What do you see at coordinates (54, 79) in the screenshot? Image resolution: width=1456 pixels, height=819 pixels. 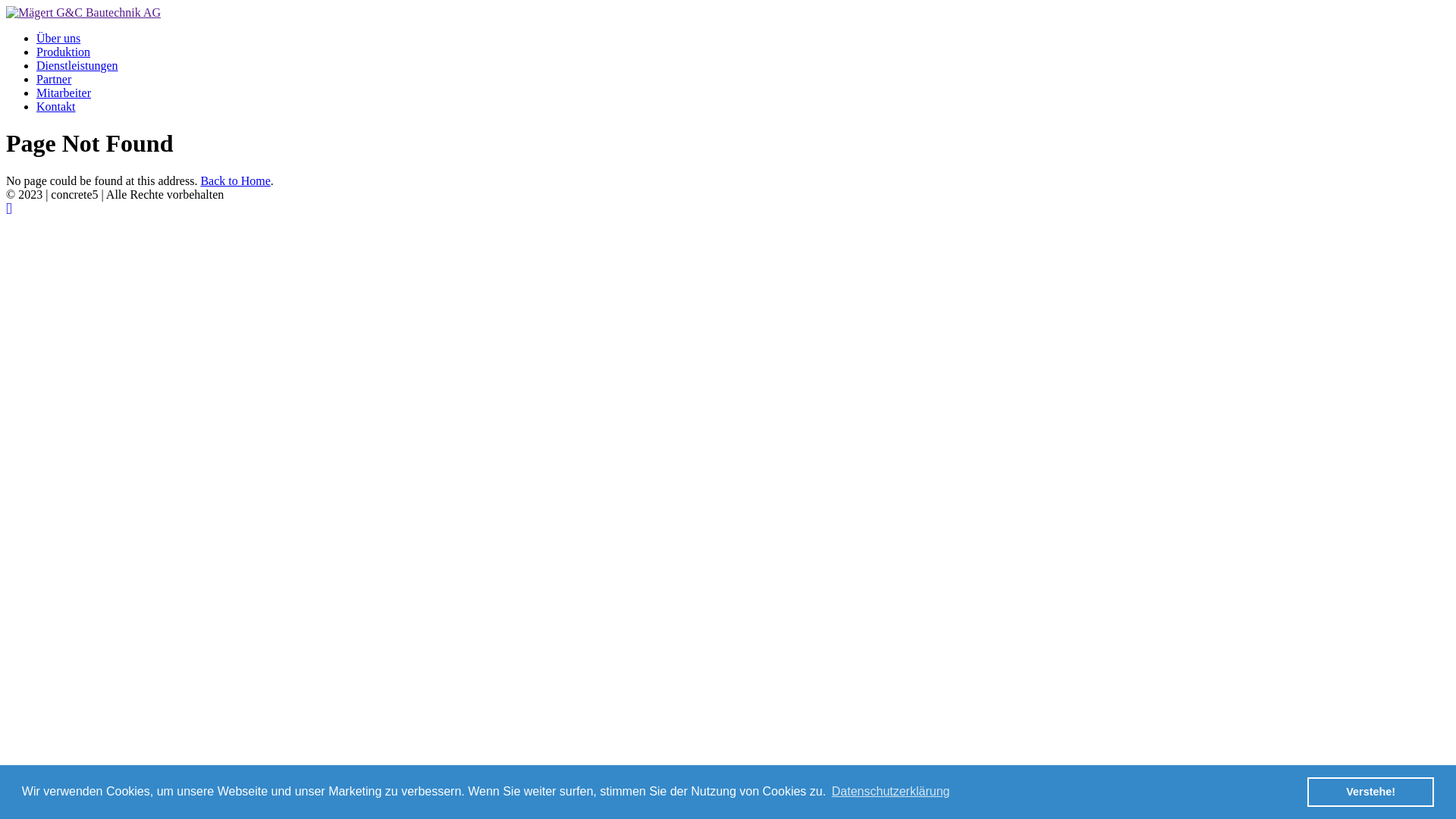 I see `'Partner'` at bounding box center [54, 79].